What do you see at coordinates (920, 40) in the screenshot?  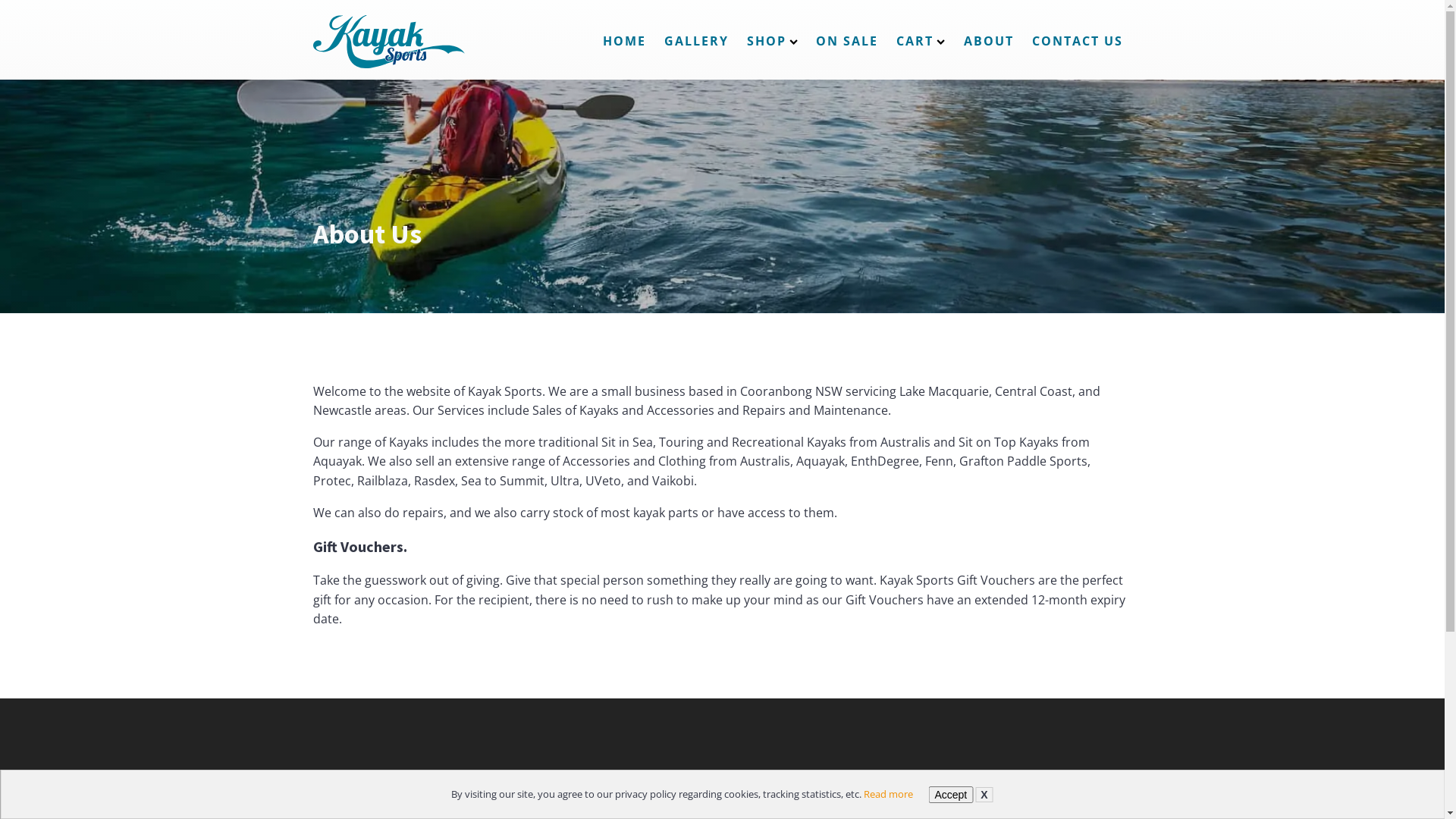 I see `'CART'` at bounding box center [920, 40].